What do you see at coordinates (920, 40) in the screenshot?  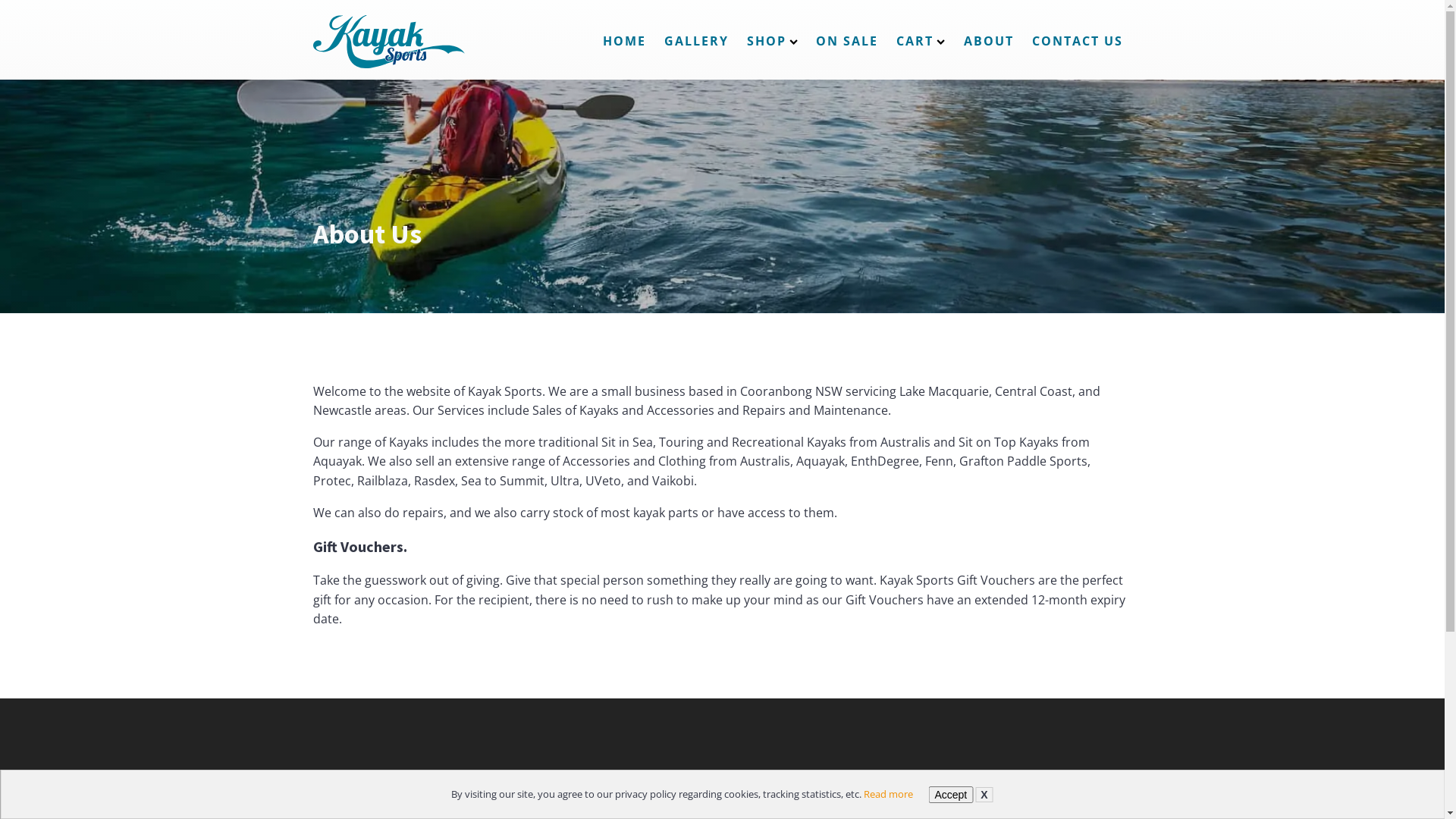 I see `'CART'` at bounding box center [920, 40].